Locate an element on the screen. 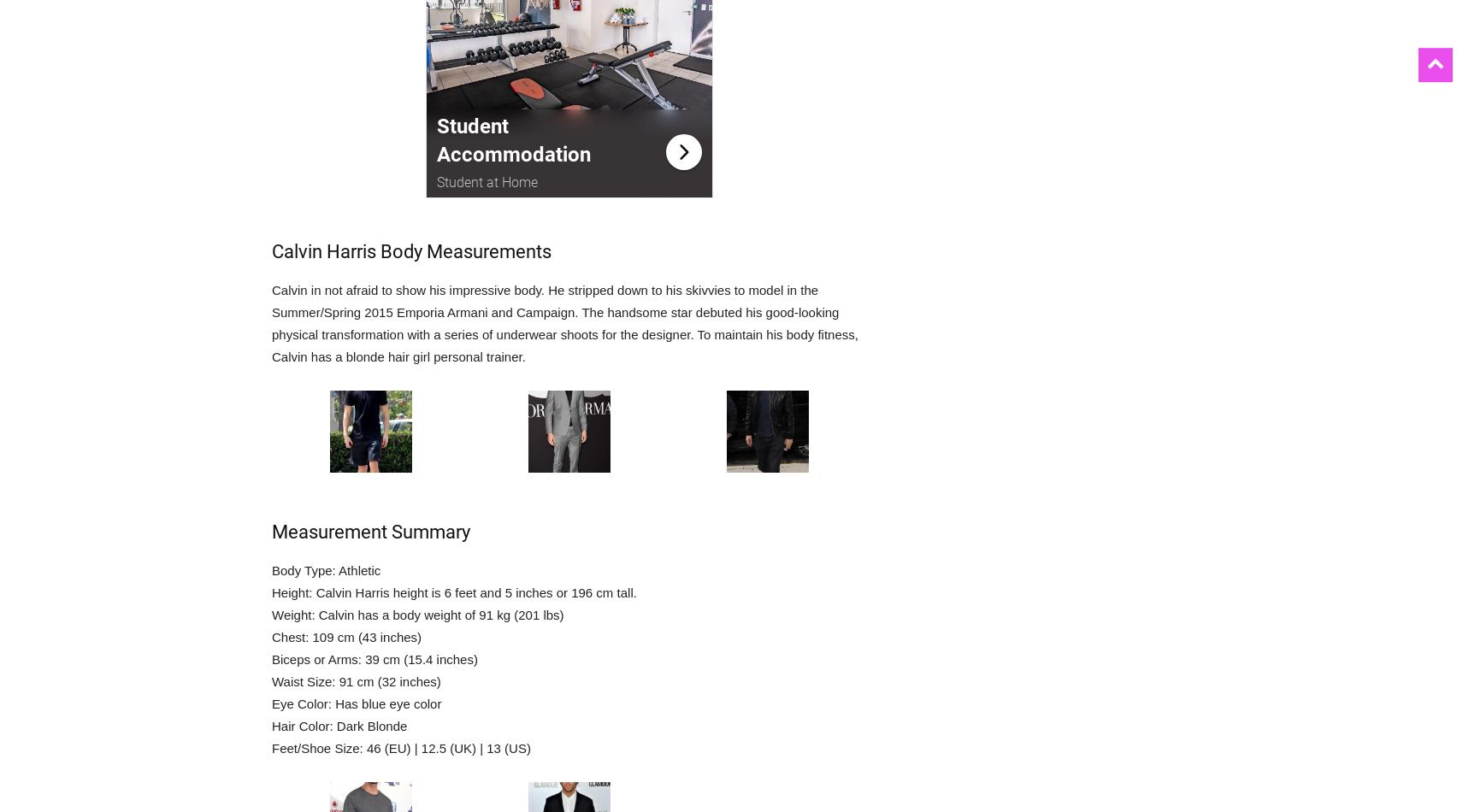 This screenshot has width=1457, height=812. 'Feet/Shoe Size: 46 (EU) | 12.5 (UK) | 13 (US)' is located at coordinates (400, 747).